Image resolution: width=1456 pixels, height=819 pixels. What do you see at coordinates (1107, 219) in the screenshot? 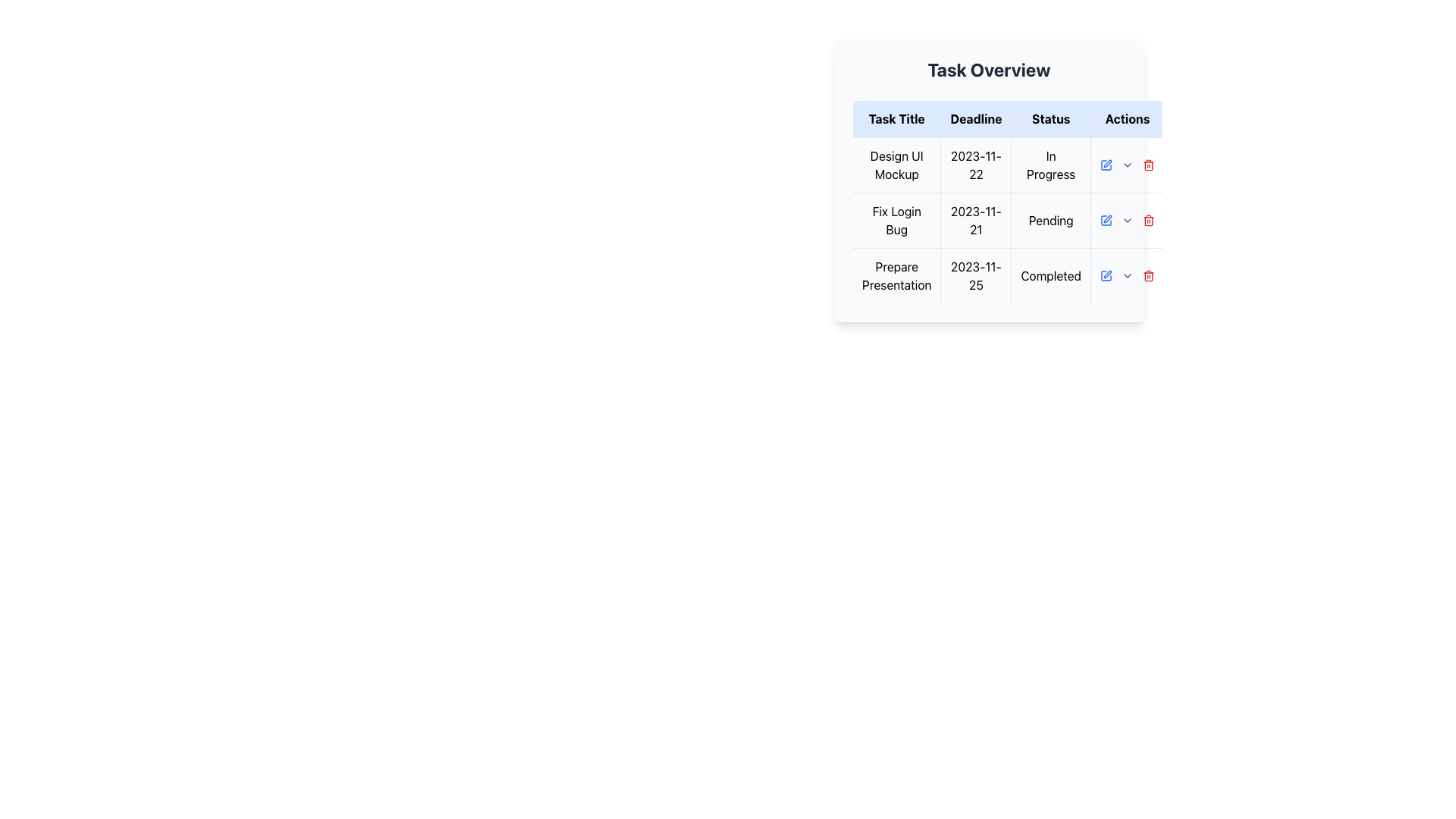
I see `the SVG icon in the 'Actions' column of the second row, adjacent to the 'Fix Login Bug' task` at bounding box center [1107, 219].